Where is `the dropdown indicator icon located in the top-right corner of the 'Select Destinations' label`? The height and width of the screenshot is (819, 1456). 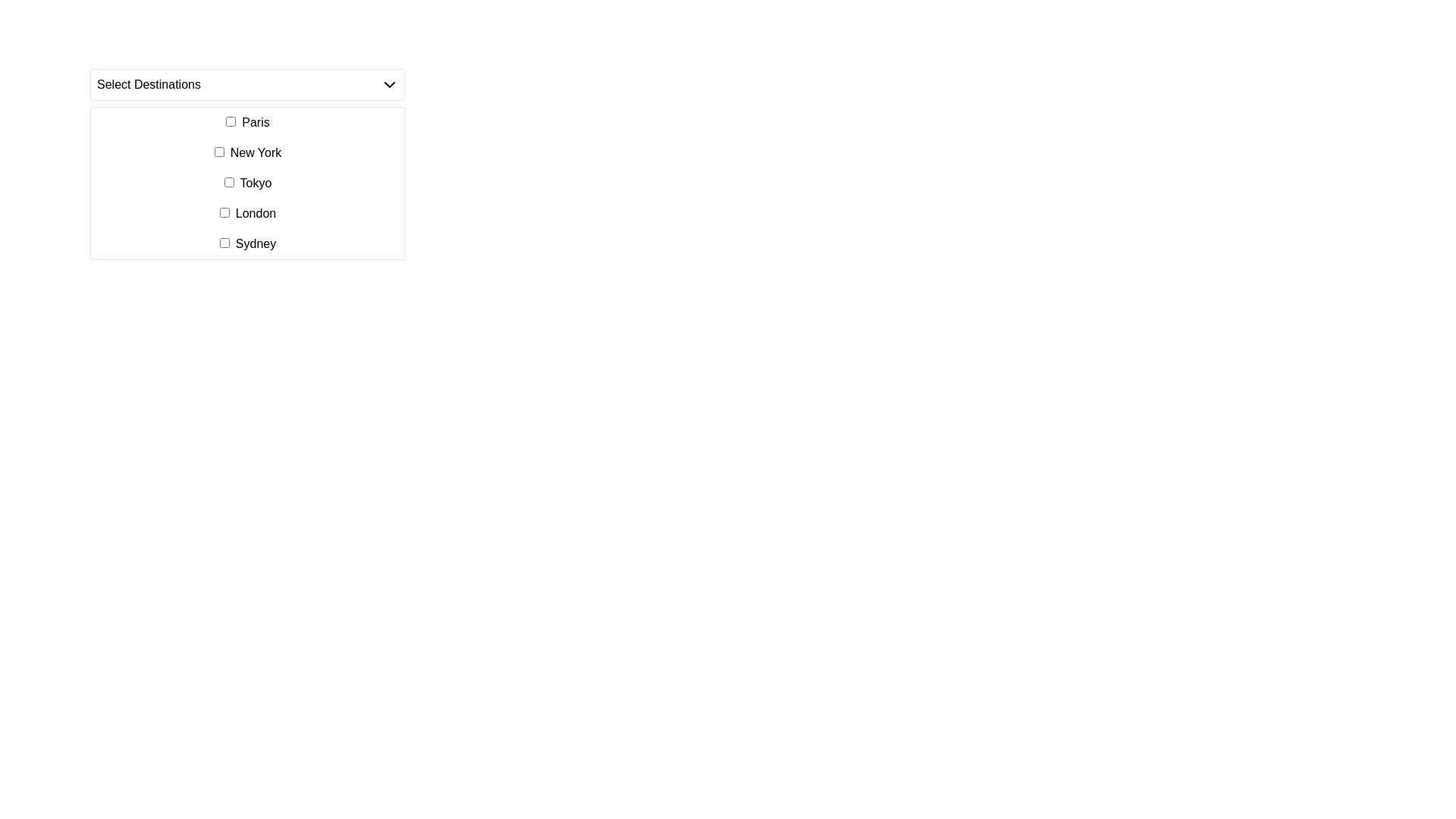
the dropdown indicator icon located in the top-right corner of the 'Select Destinations' label is located at coordinates (389, 84).